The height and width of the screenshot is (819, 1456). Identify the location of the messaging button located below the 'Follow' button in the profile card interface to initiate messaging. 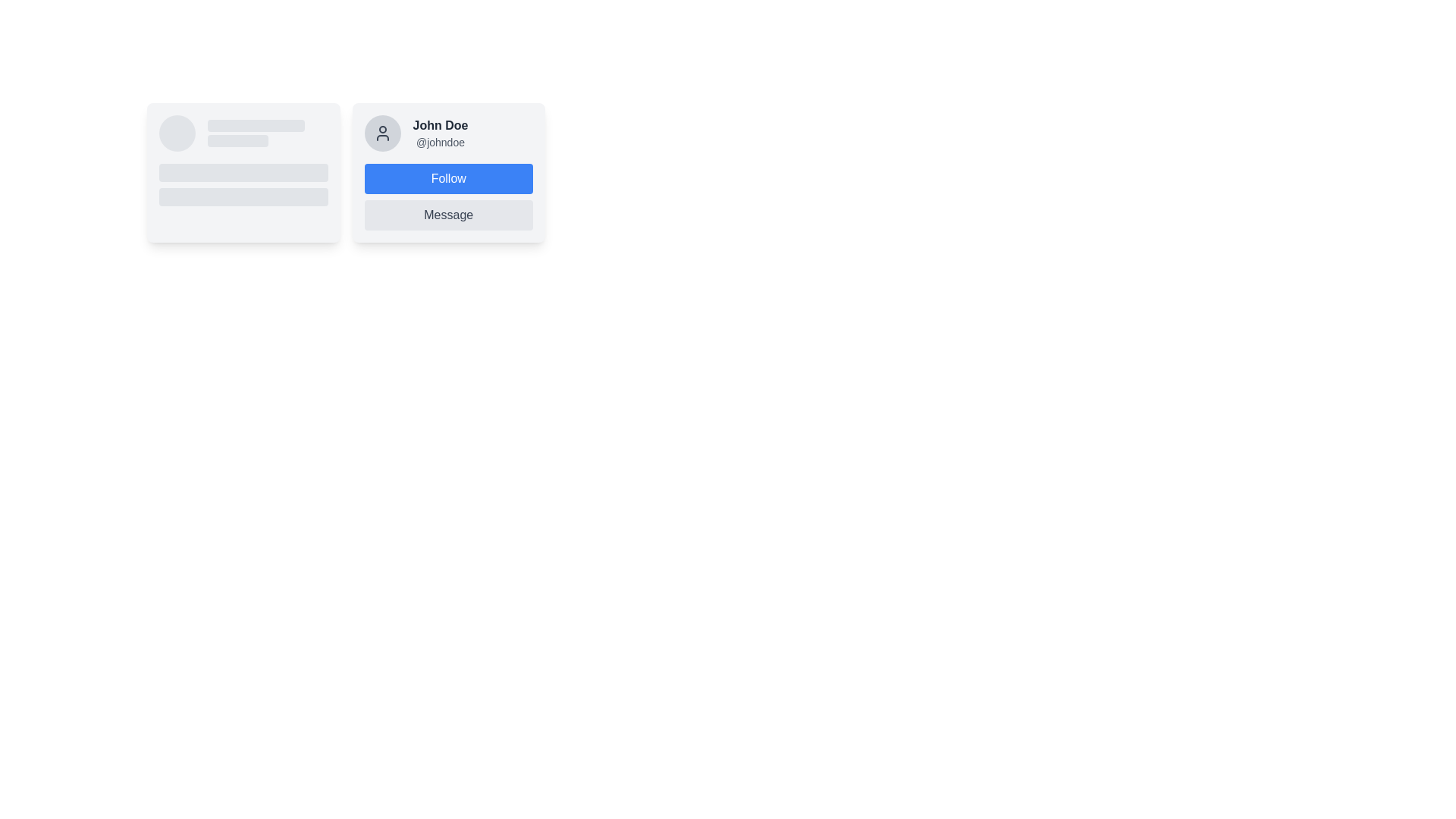
(447, 215).